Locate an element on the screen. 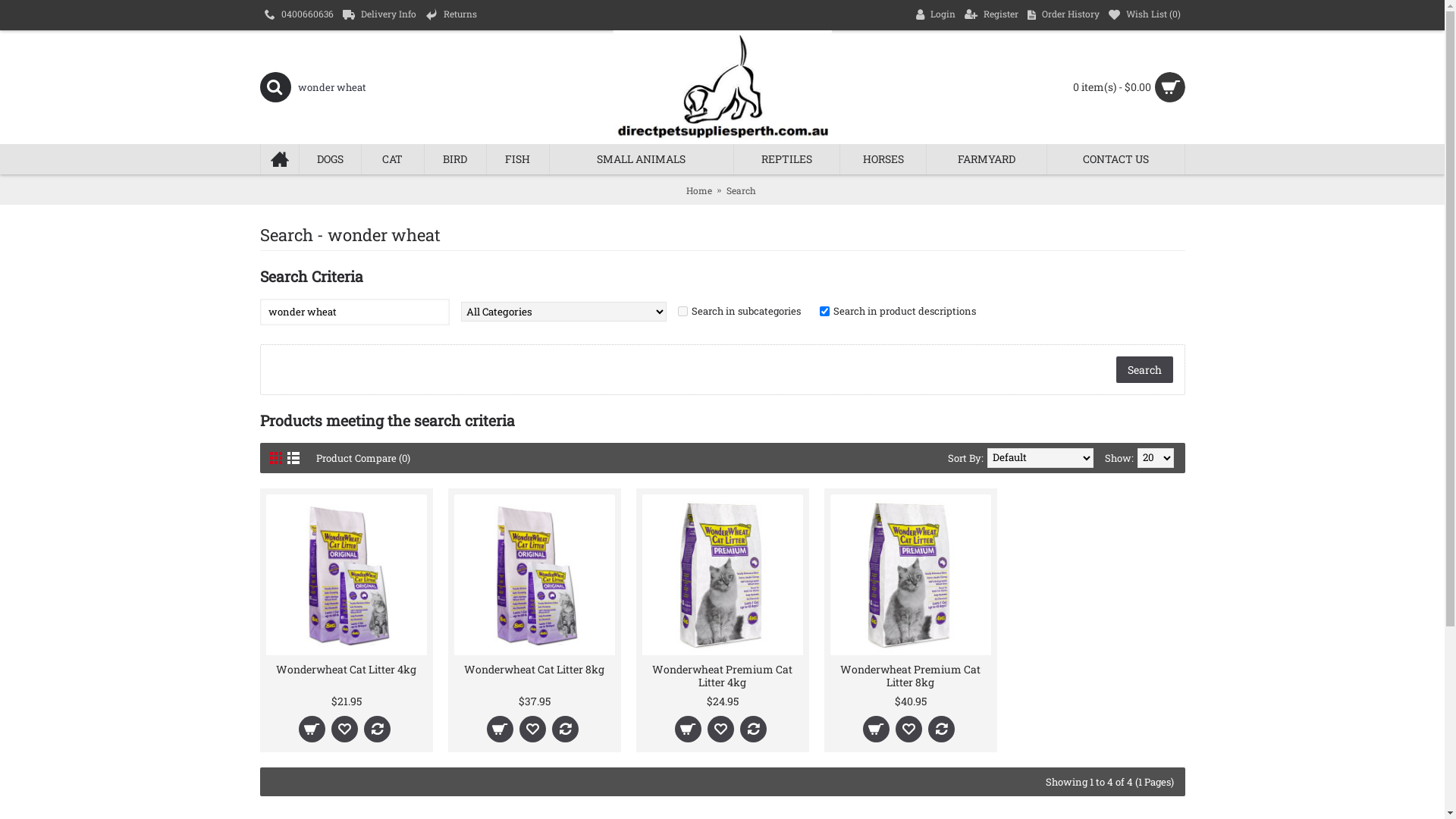 The height and width of the screenshot is (819, 1456). 'FISH' is located at coordinates (517, 158).